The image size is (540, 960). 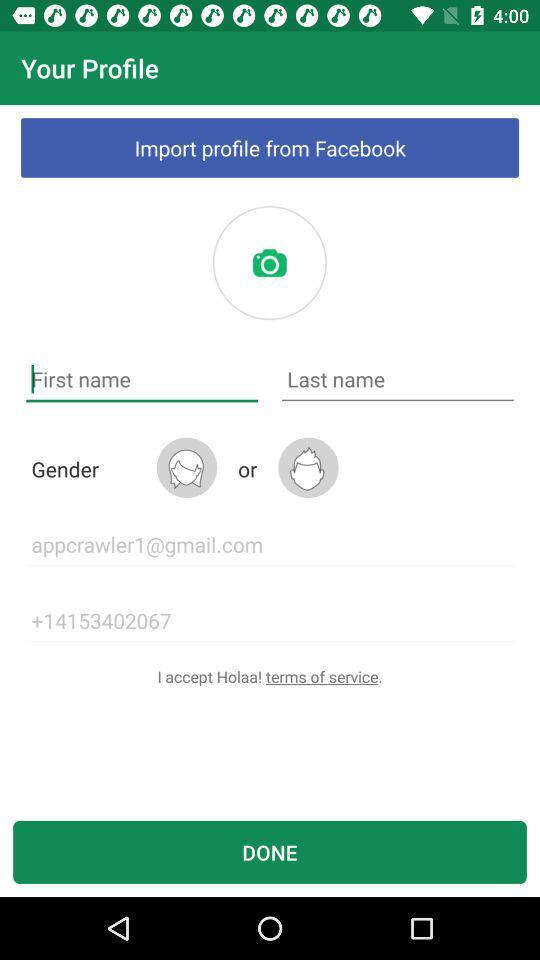 I want to click on the icon below the or item, so click(x=270, y=545).